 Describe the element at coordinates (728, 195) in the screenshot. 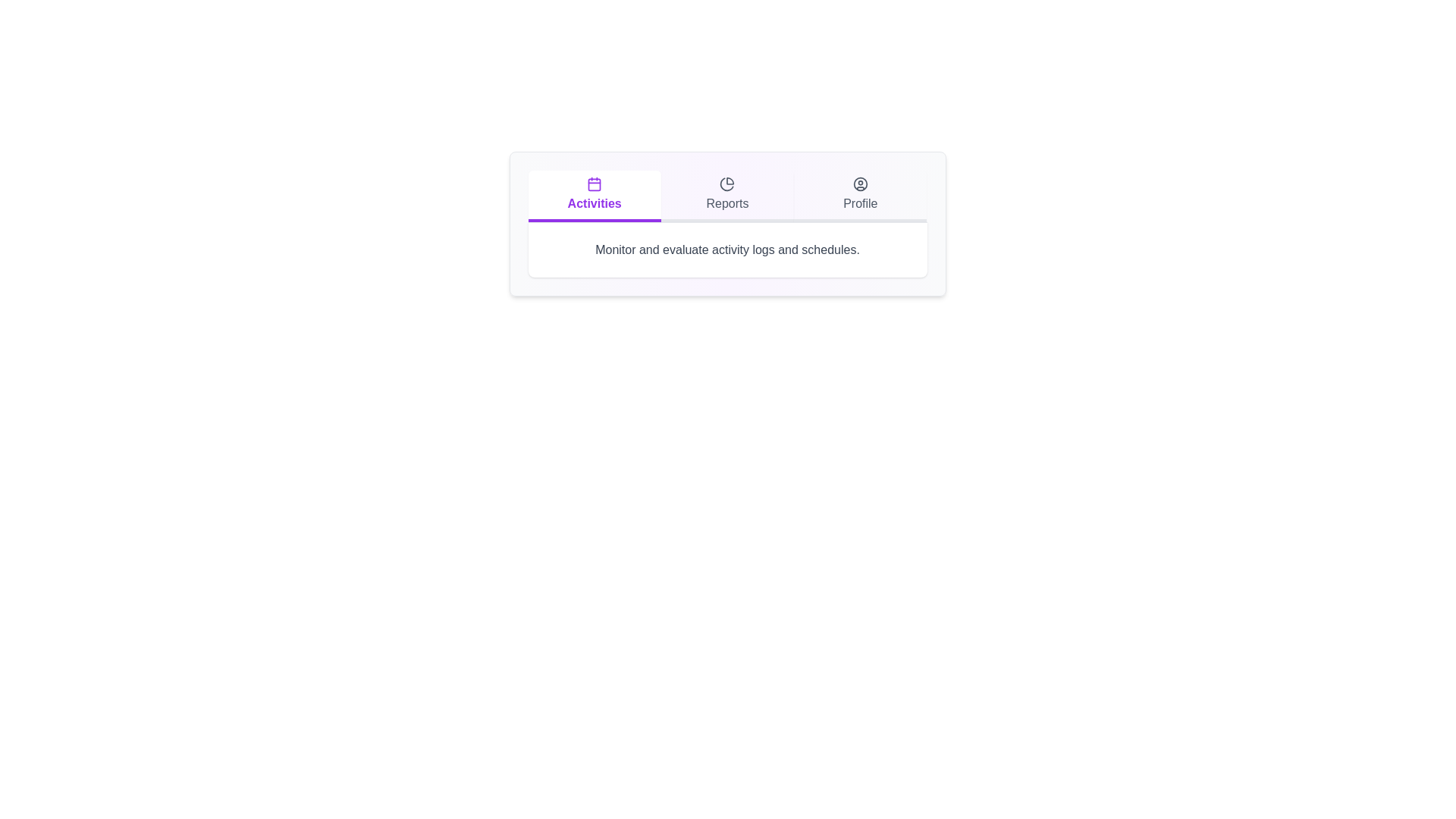

I see `the Reports tab` at that location.